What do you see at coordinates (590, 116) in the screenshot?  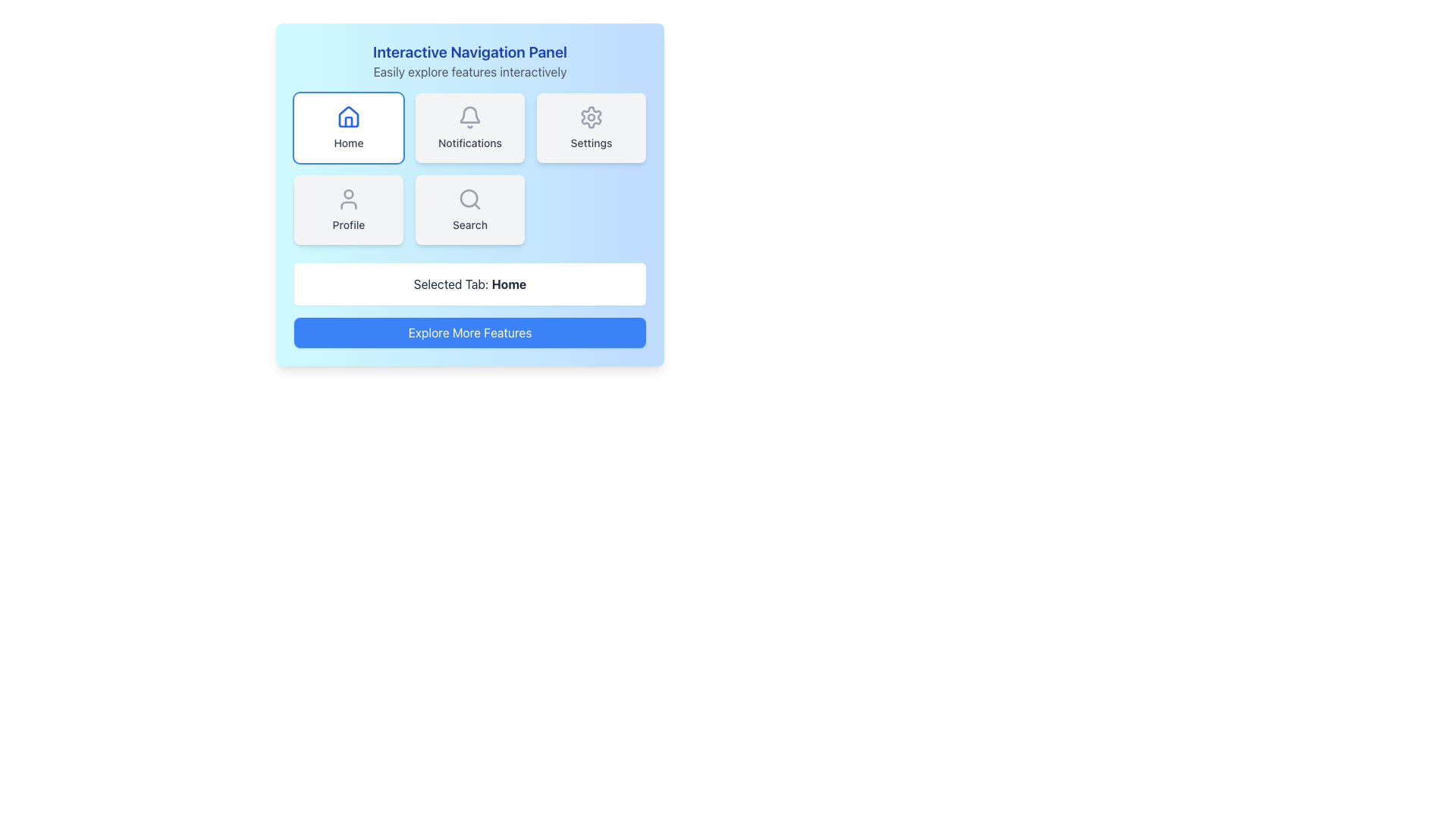 I see `the cogwheel icon located in the top-right section of the navigation panel` at bounding box center [590, 116].